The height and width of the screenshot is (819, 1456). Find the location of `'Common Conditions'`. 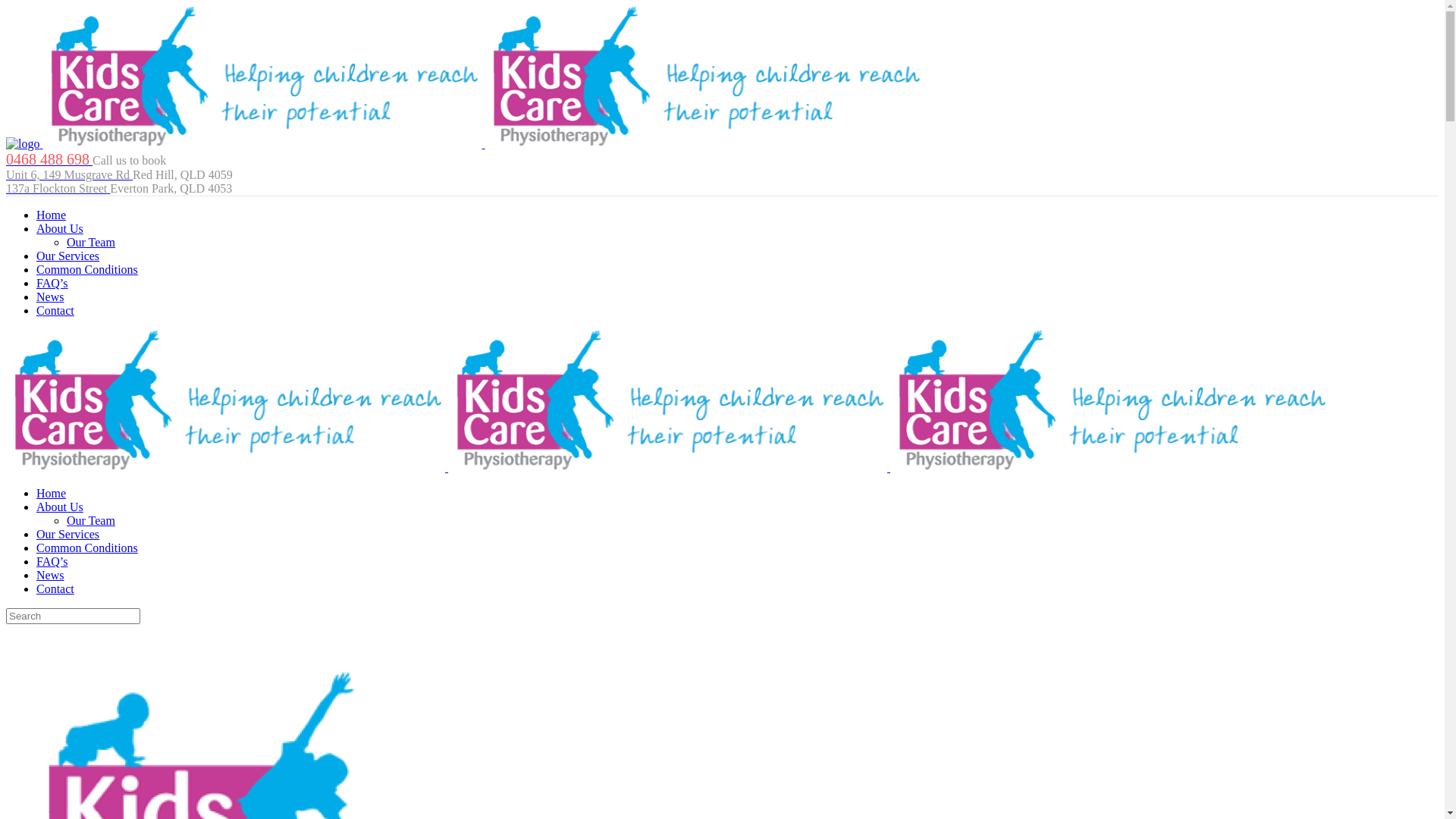

'Common Conditions' is located at coordinates (86, 548).